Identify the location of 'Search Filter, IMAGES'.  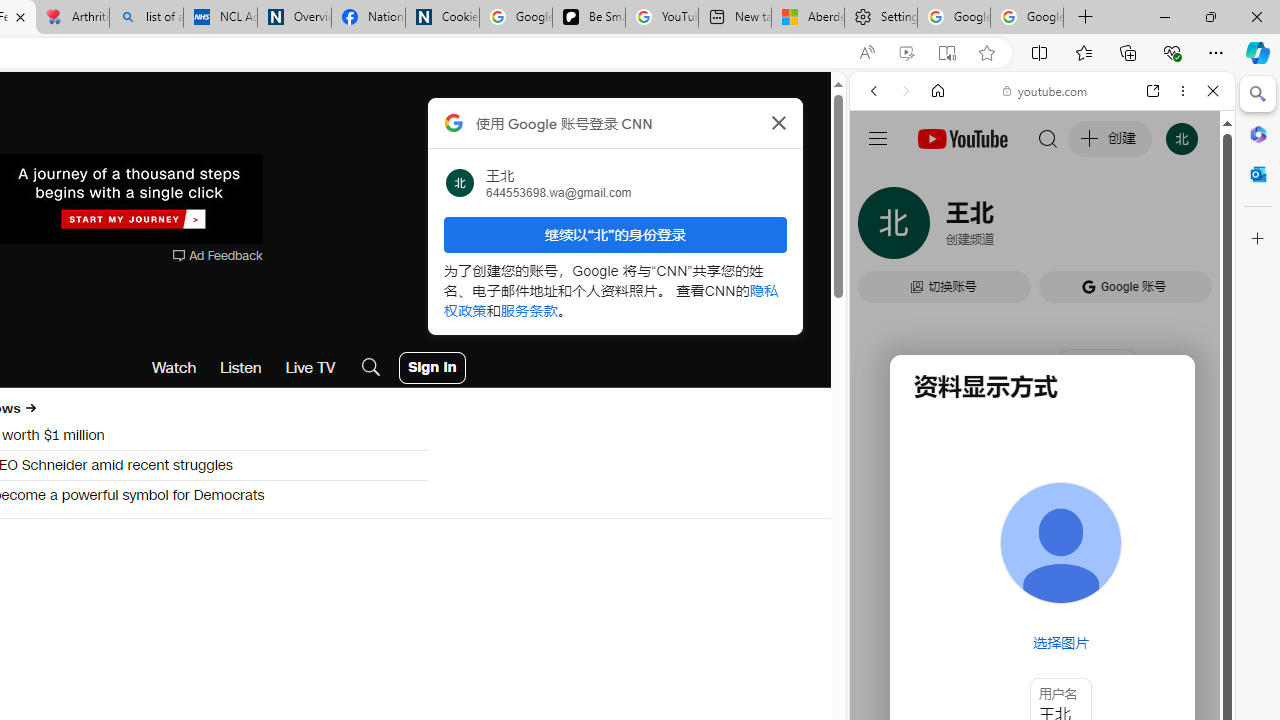
(939, 227).